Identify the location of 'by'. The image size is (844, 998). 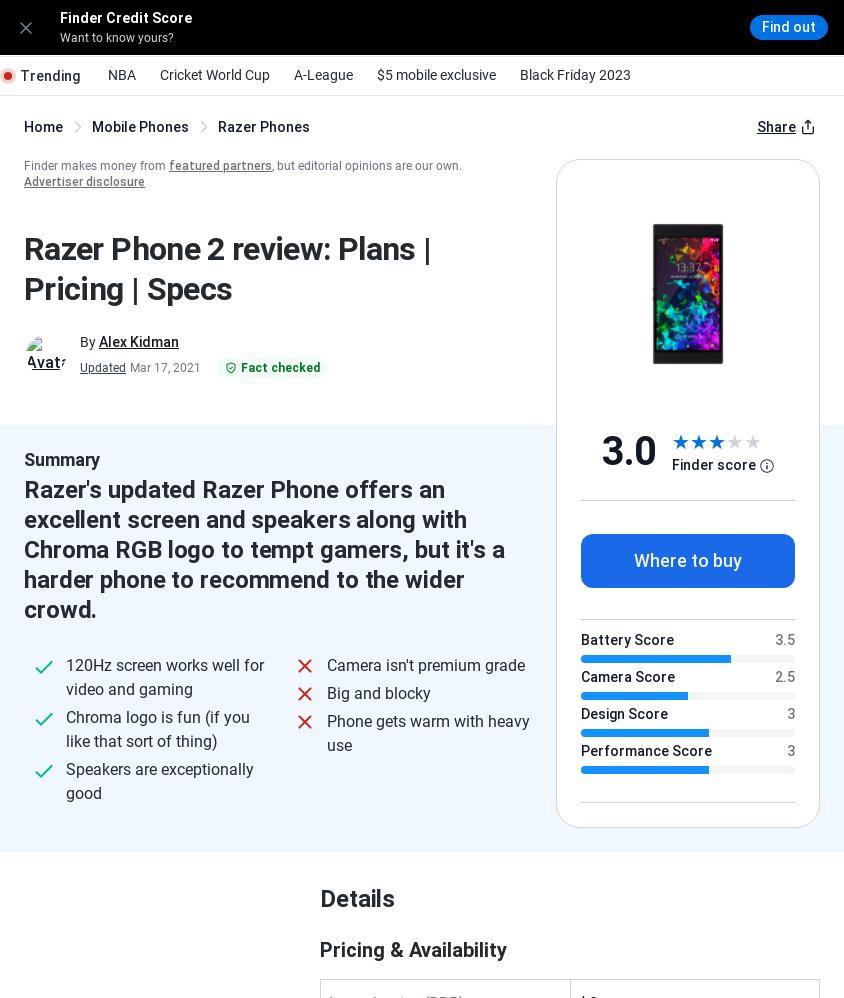
(409, 346).